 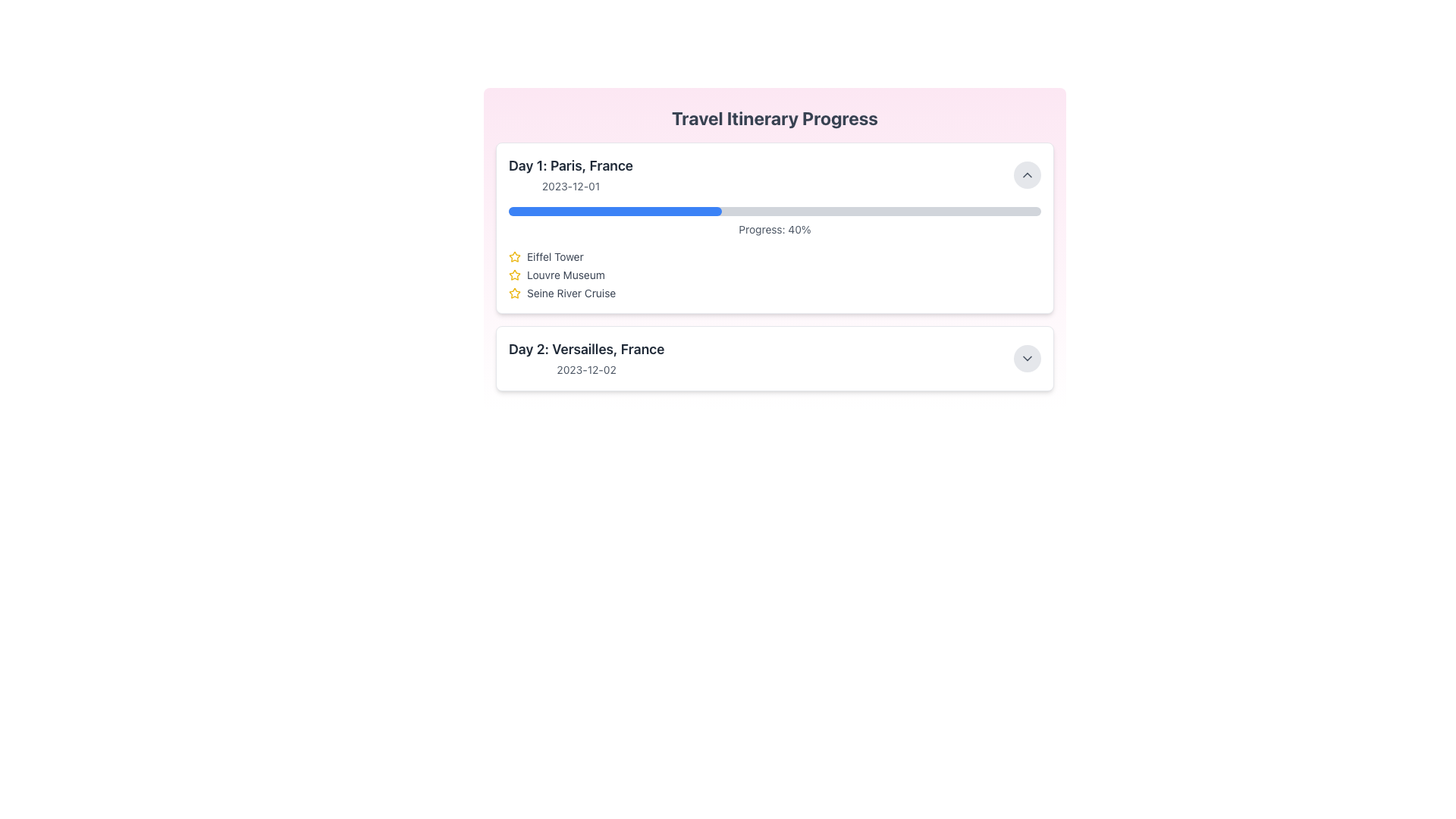 What do you see at coordinates (585, 369) in the screenshot?
I see `text indicating the specific date associated with 'Day 2: Versailles, France' located in the lower-right portion of the interface` at bounding box center [585, 369].